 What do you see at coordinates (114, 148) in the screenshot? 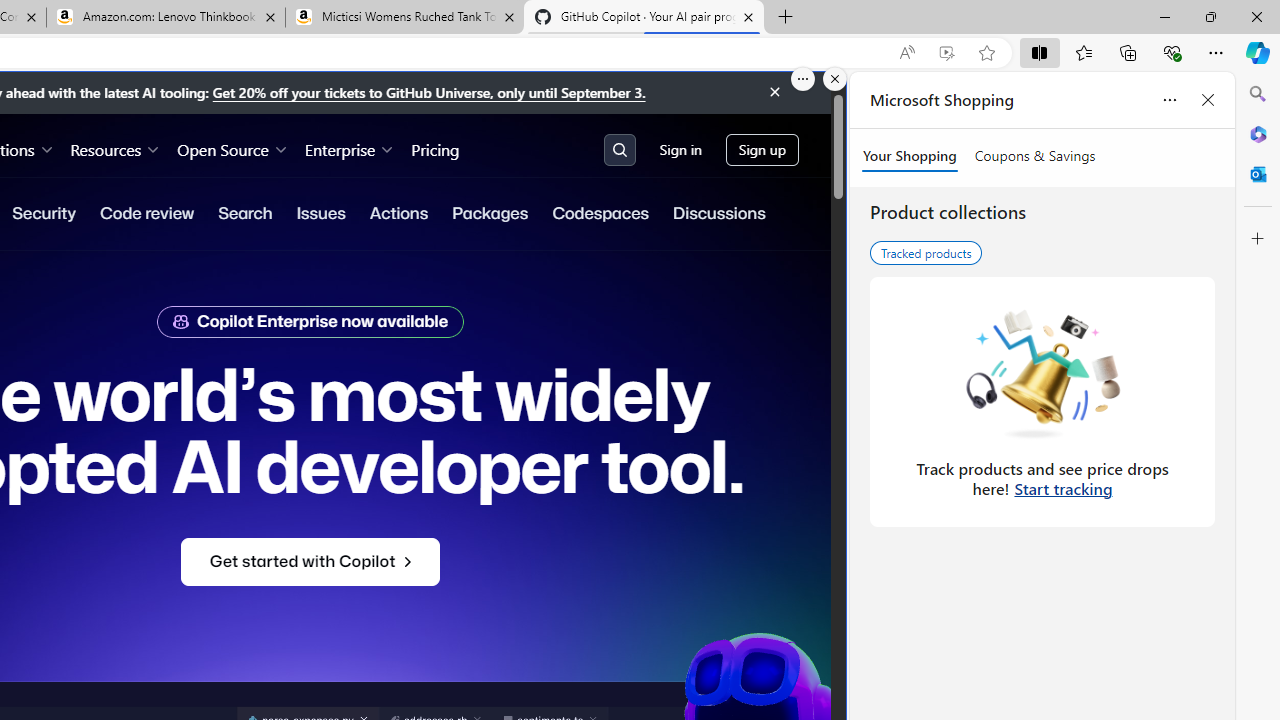
I see `'Resources'` at bounding box center [114, 148].